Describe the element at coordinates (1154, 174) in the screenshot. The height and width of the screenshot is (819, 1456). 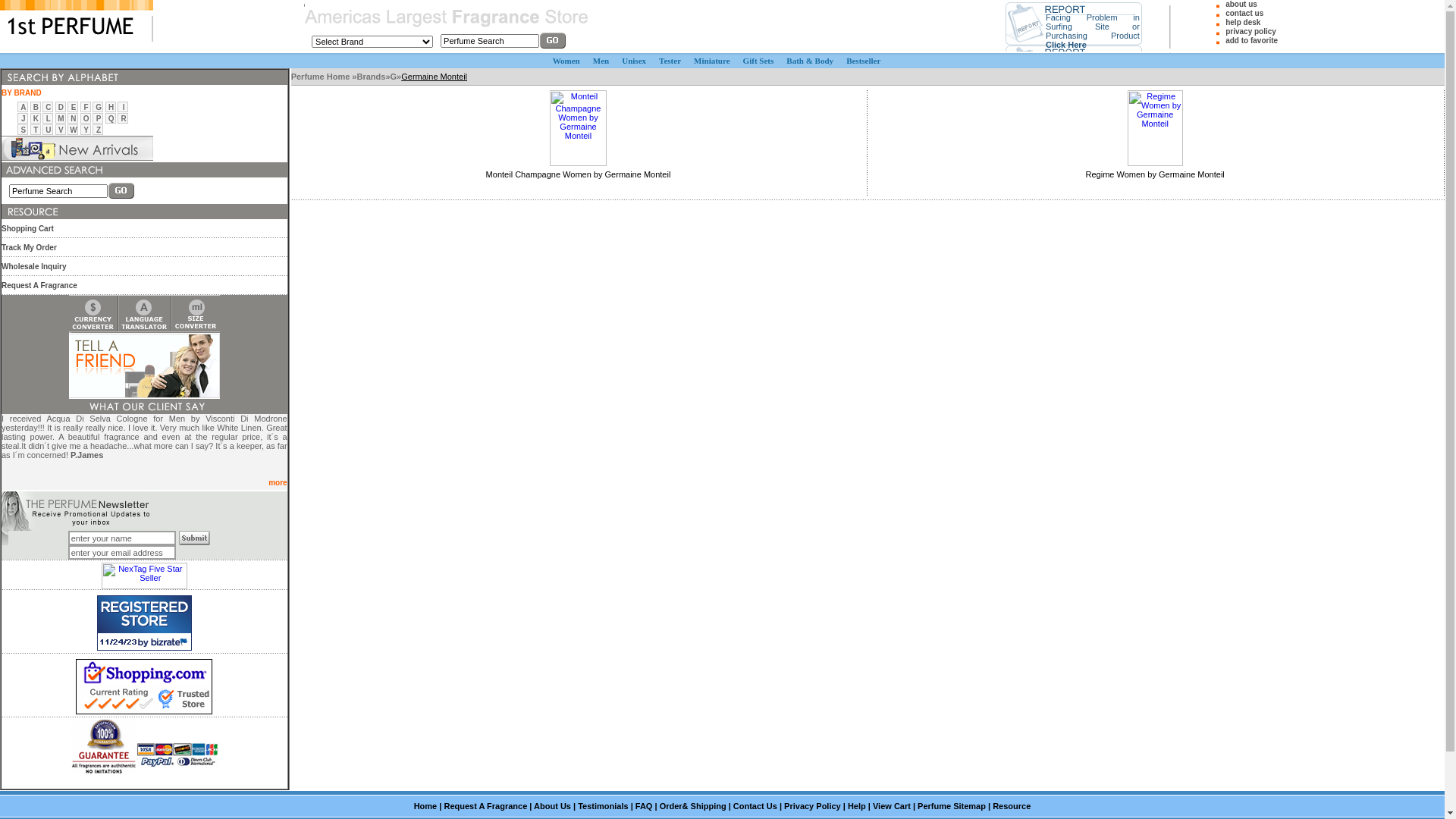
I see `'Regime Women by Germaine Monteil'` at that location.